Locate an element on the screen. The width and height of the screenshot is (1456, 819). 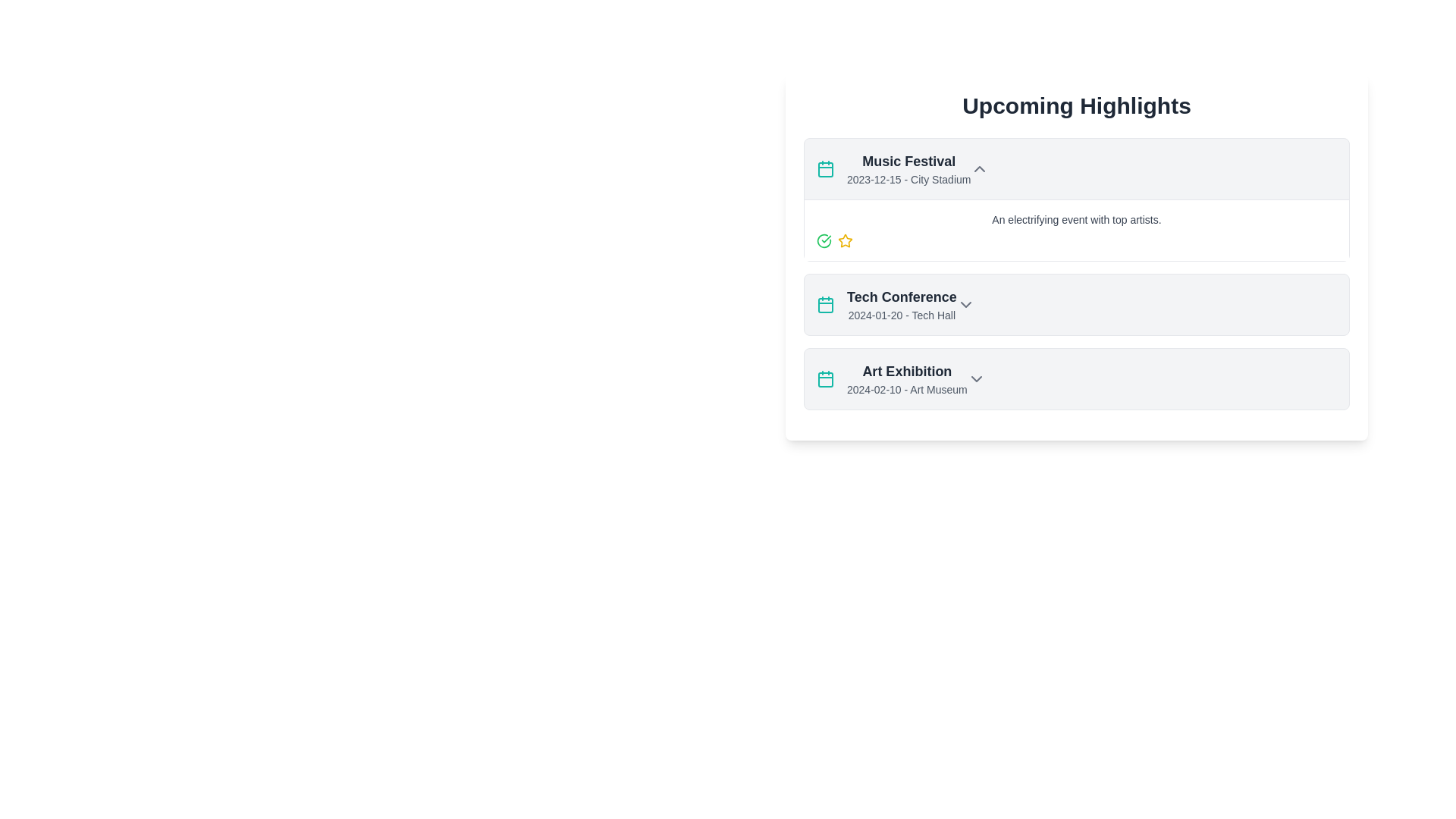
the calendar icon styled in teal, which is the leftmost element in the 'Art Exhibition' entry, by clicking on it is located at coordinates (825, 378).